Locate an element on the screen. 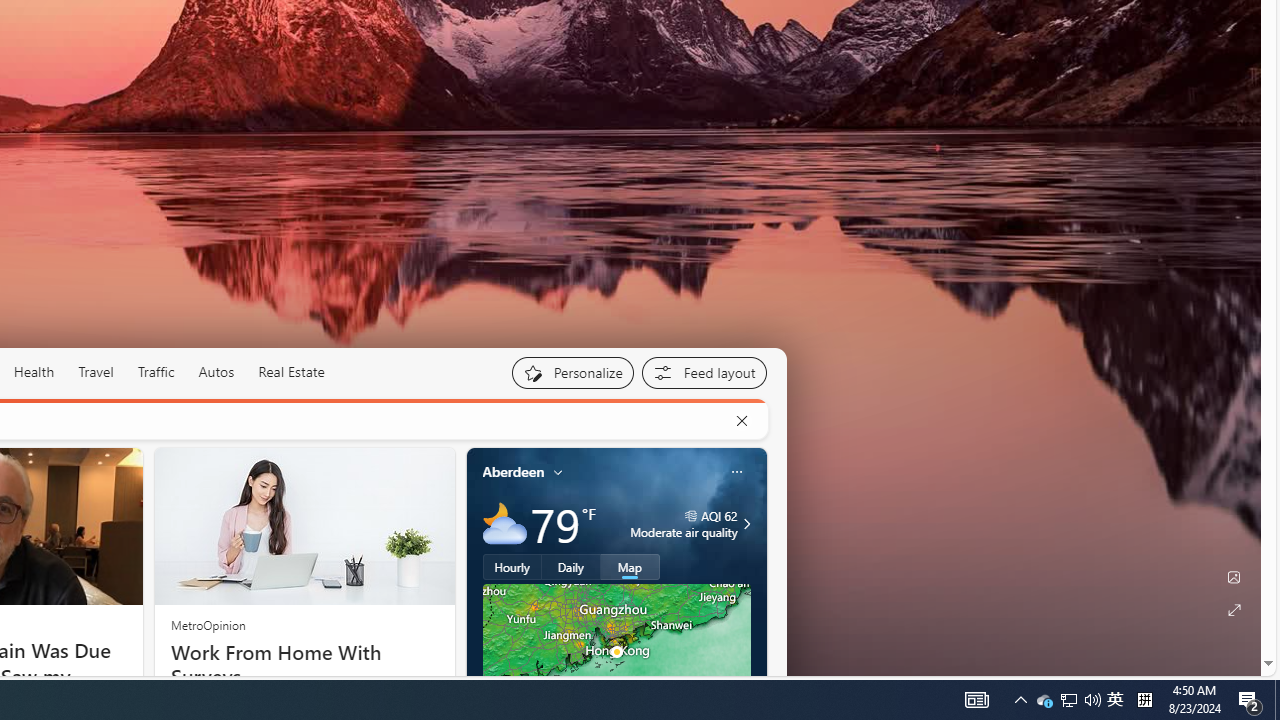 Image resolution: width=1280 pixels, height=720 pixels. 'Personalize your feed"' is located at coordinates (571, 372).